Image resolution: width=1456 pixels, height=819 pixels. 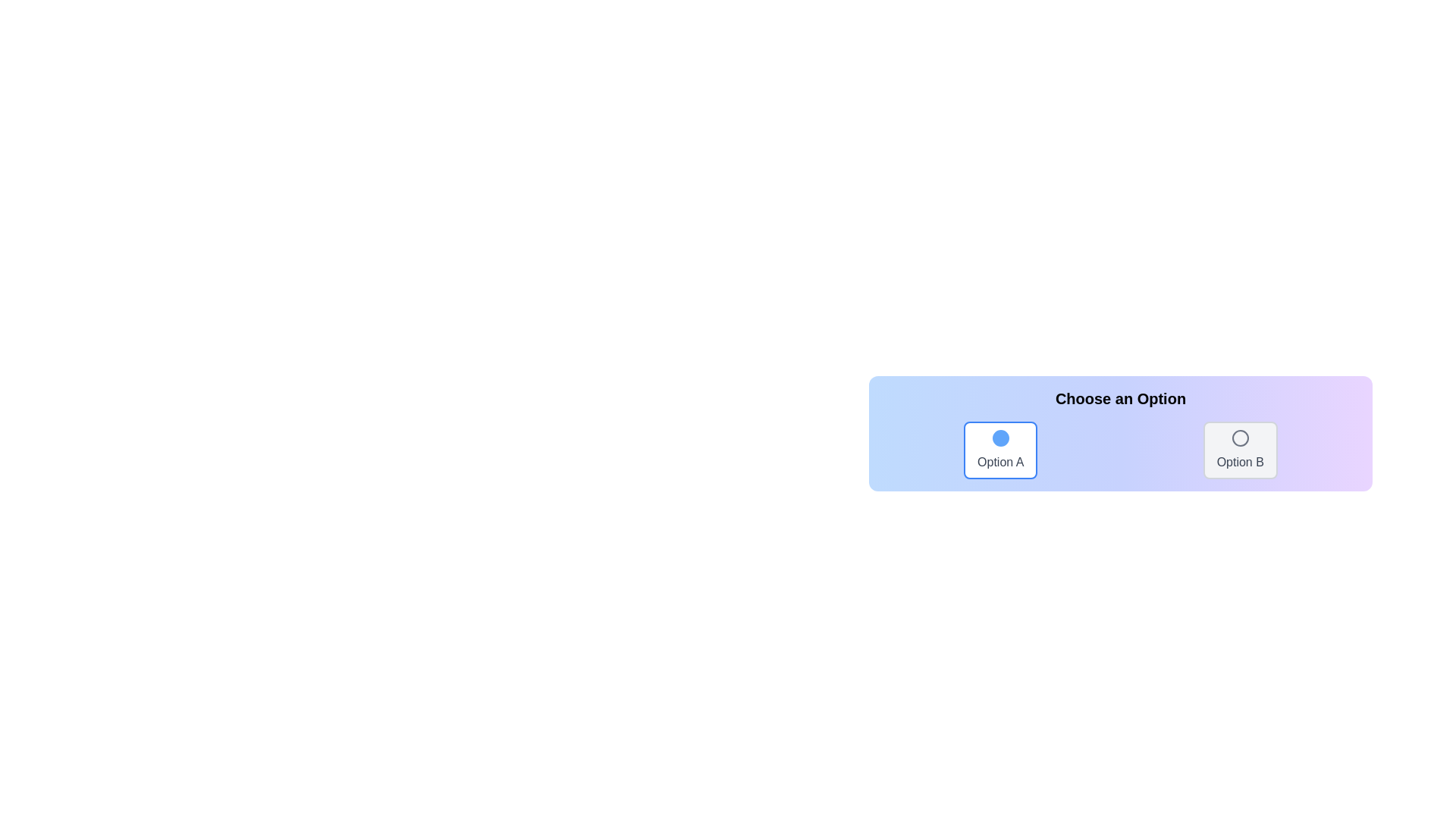 What do you see at coordinates (1000, 438) in the screenshot?
I see `the SVG-based circle indicator within the 'Option A' selection interface` at bounding box center [1000, 438].